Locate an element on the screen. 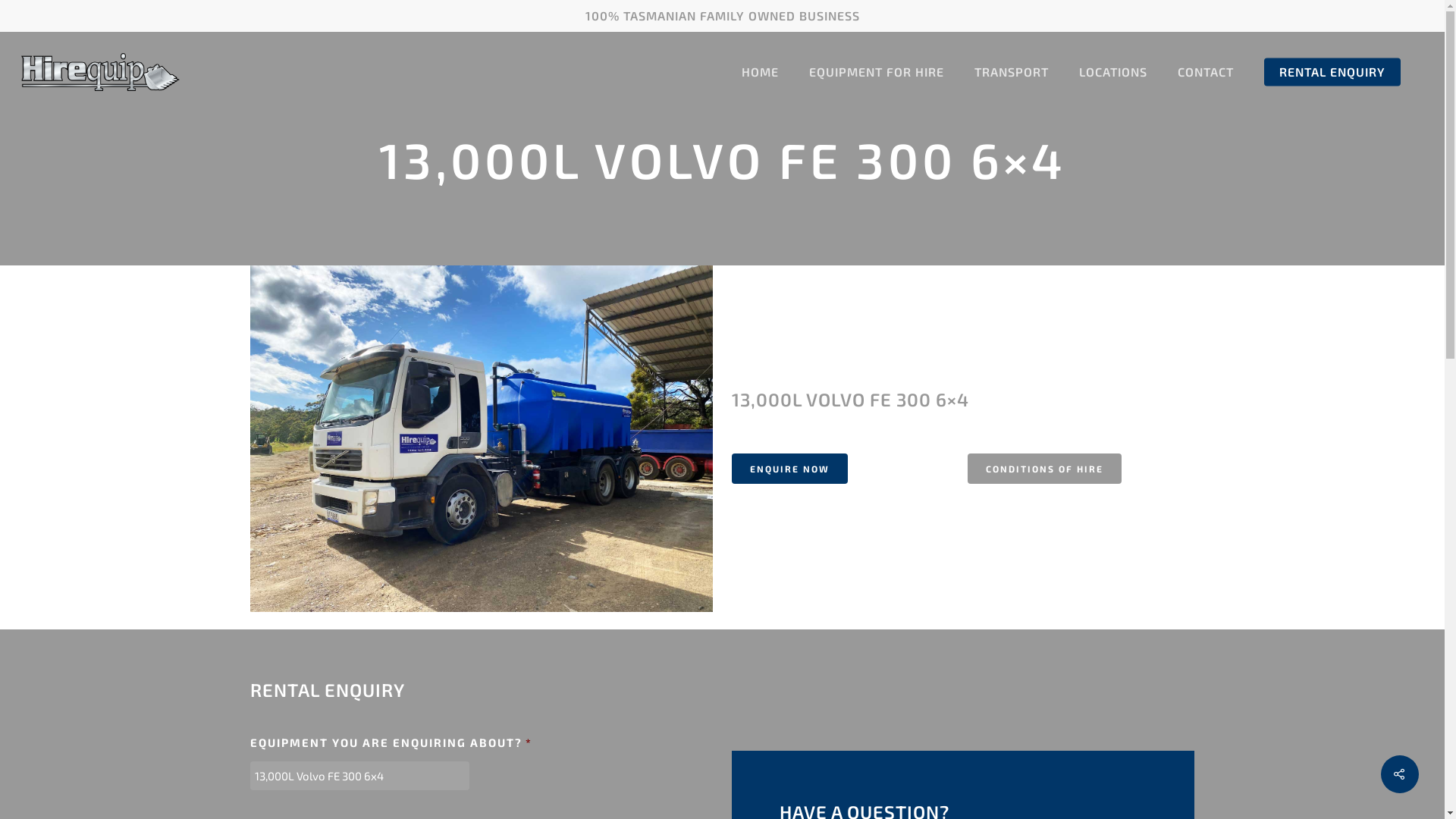  'CONDITIONS OF HIRE' is located at coordinates (1043, 467).